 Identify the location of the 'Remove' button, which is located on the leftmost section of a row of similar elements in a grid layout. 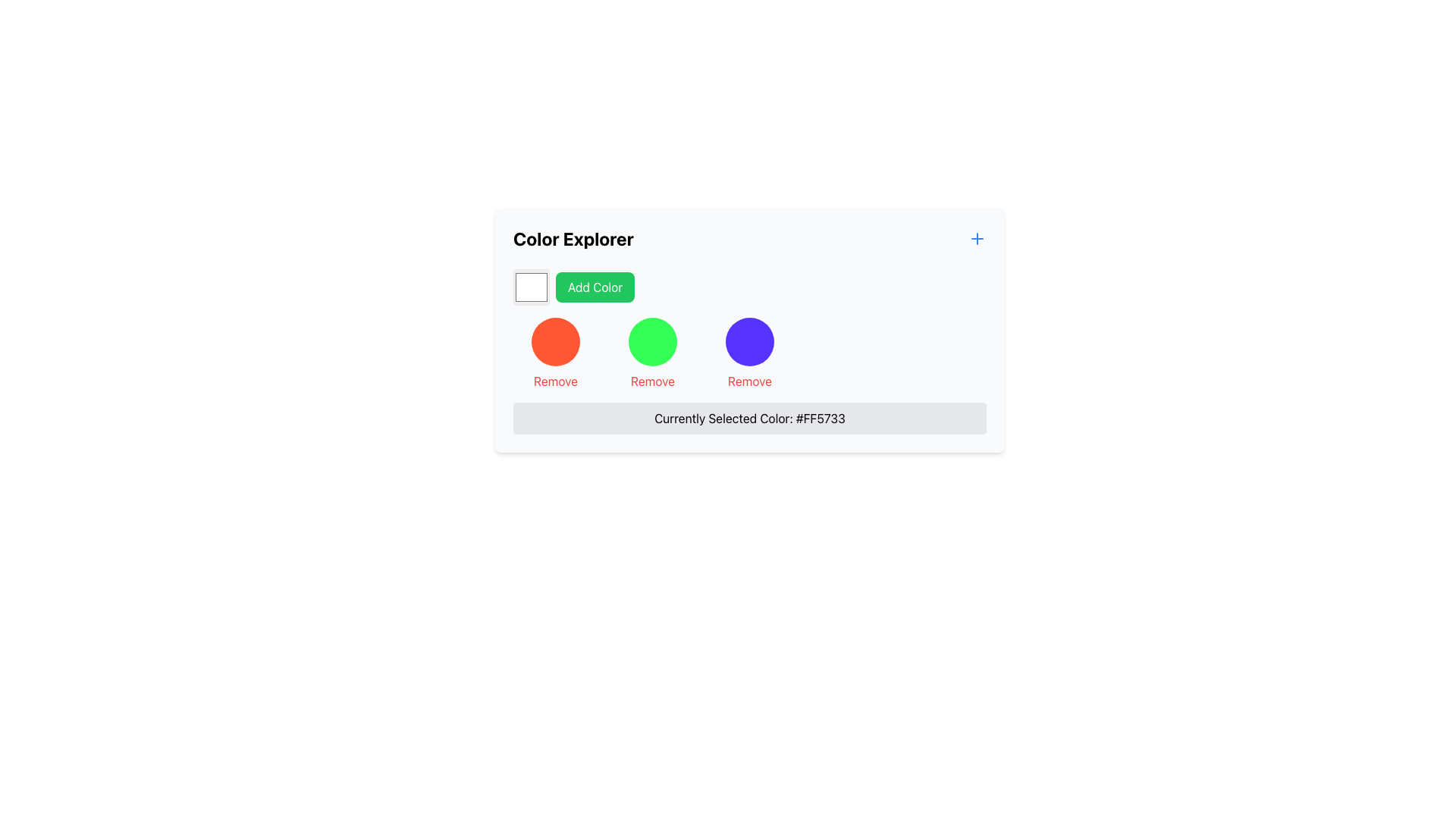
(555, 353).